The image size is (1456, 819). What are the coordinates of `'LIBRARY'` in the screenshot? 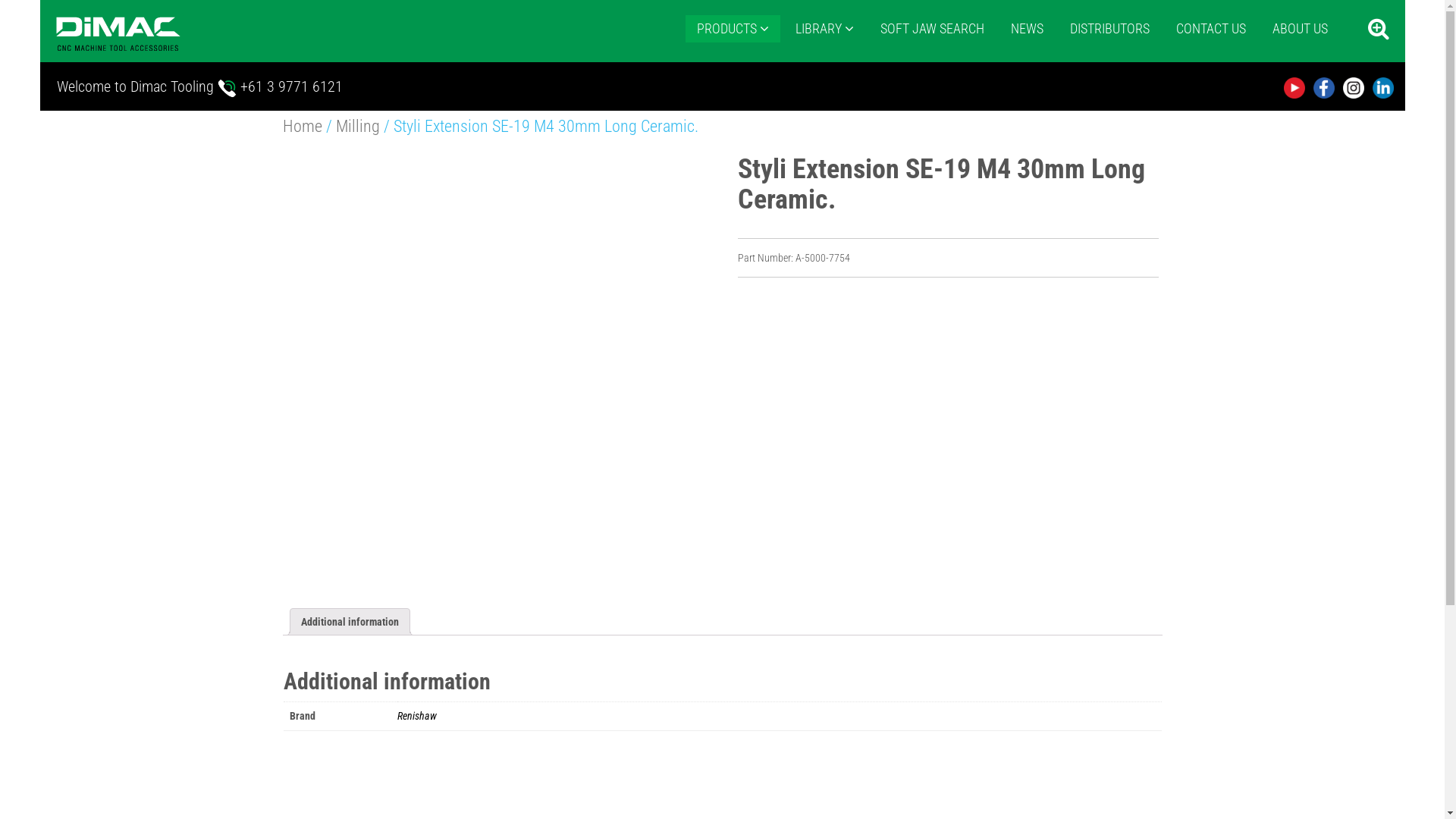 It's located at (824, 29).